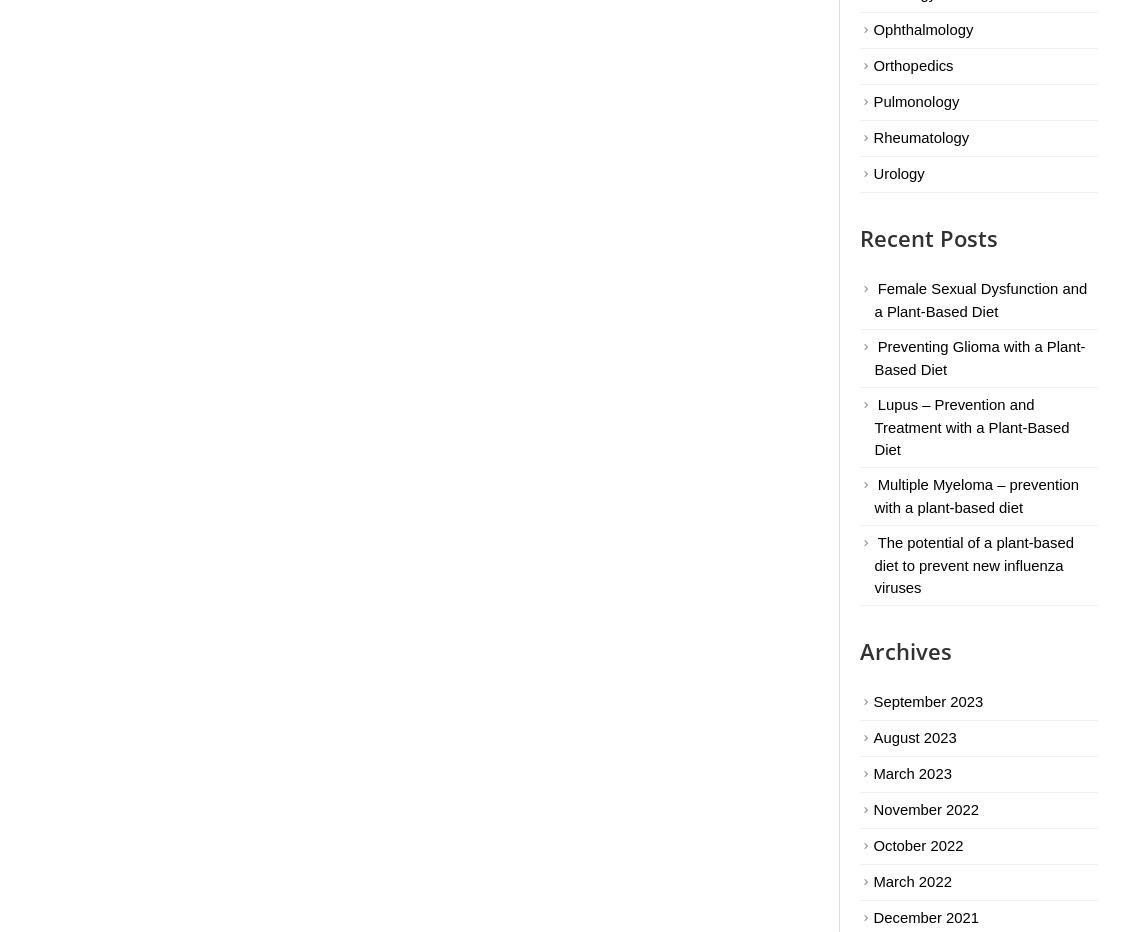 Image resolution: width=1128 pixels, height=932 pixels. Describe the element at coordinates (980, 299) in the screenshot. I see `'Female Sexual Dysfunction and a Plant-Based Diet'` at that location.